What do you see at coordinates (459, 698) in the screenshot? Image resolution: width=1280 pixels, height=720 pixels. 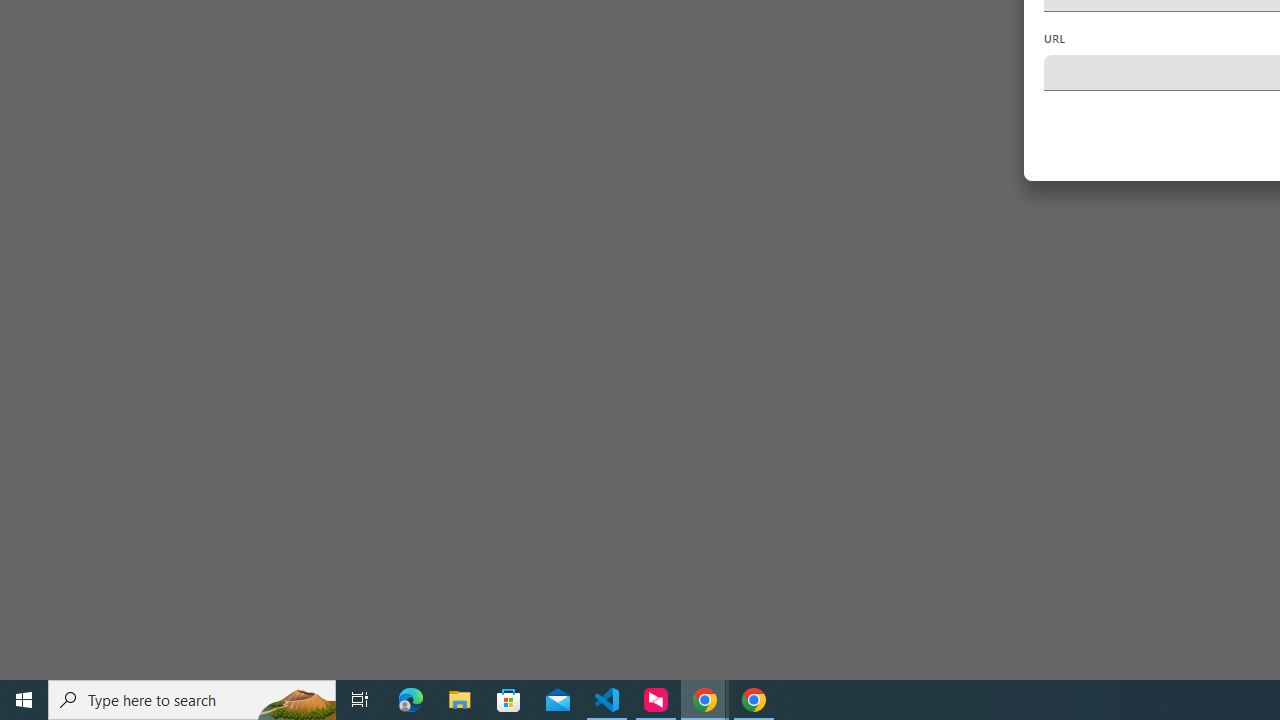 I see `'File Explorer'` at bounding box center [459, 698].